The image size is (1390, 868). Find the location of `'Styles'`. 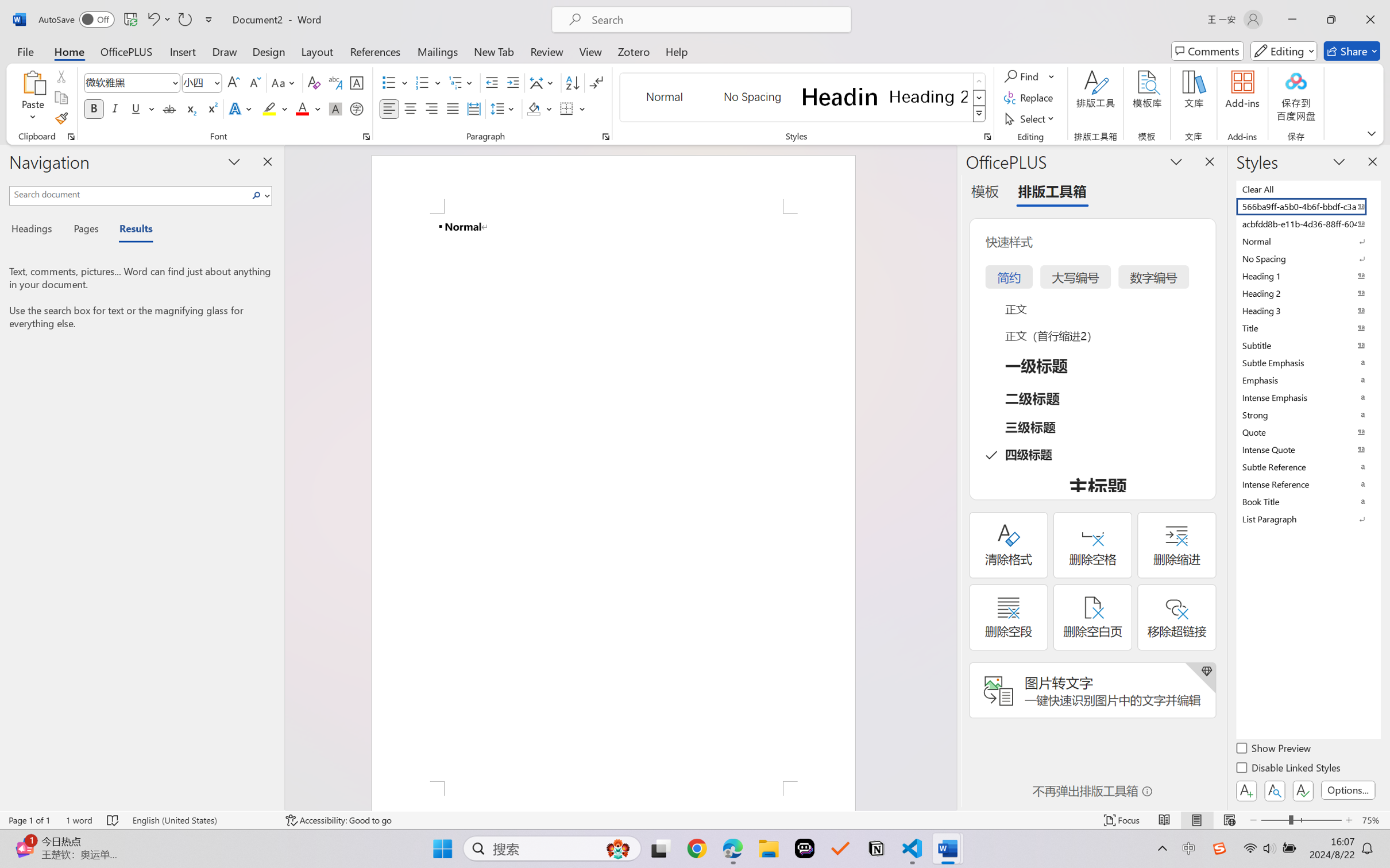

'Styles' is located at coordinates (978, 114).